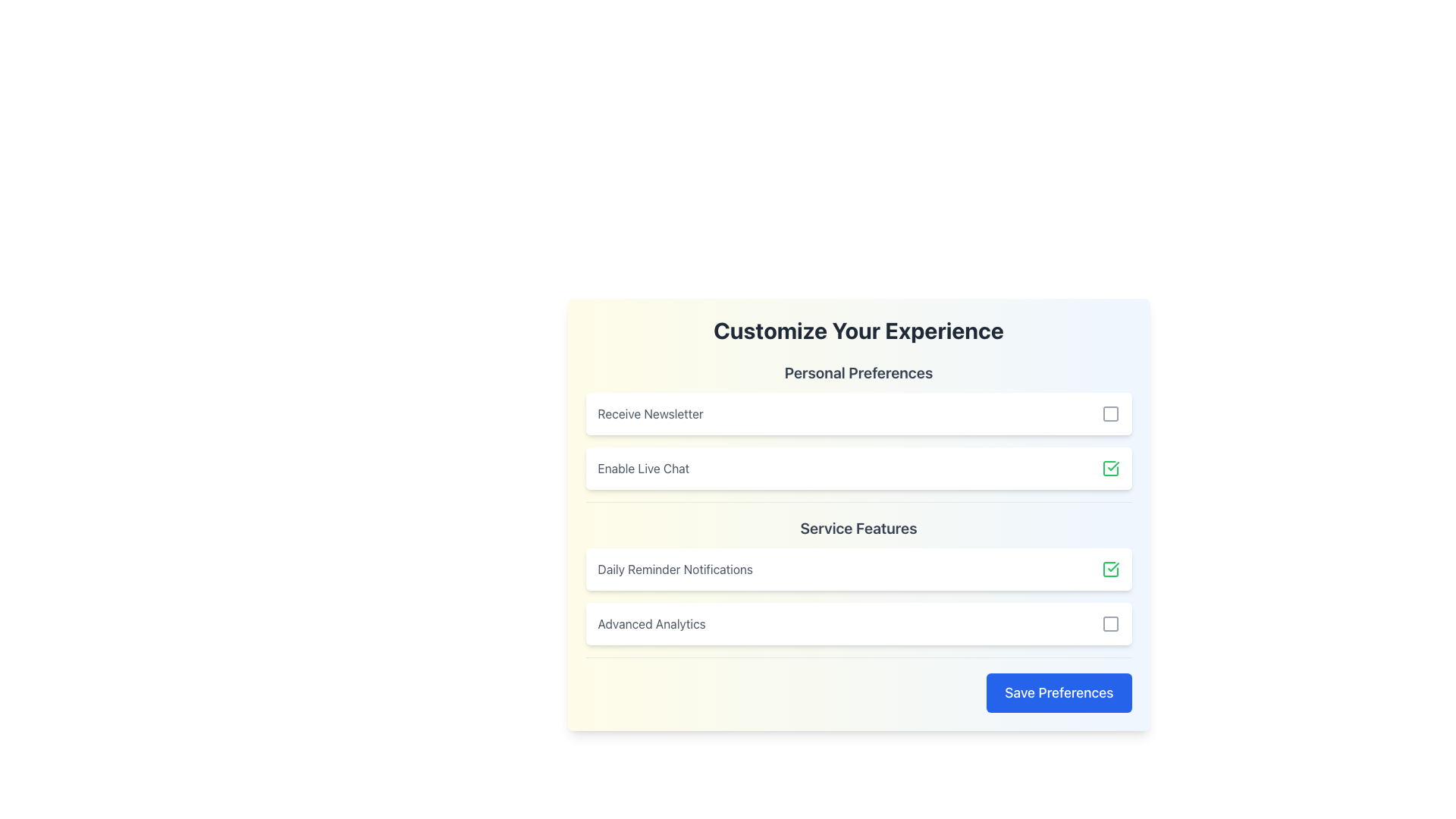 The width and height of the screenshot is (1456, 819). I want to click on the checkbox for the newsletter subscription option located under the 'Personal Preferences' section, so click(858, 414).